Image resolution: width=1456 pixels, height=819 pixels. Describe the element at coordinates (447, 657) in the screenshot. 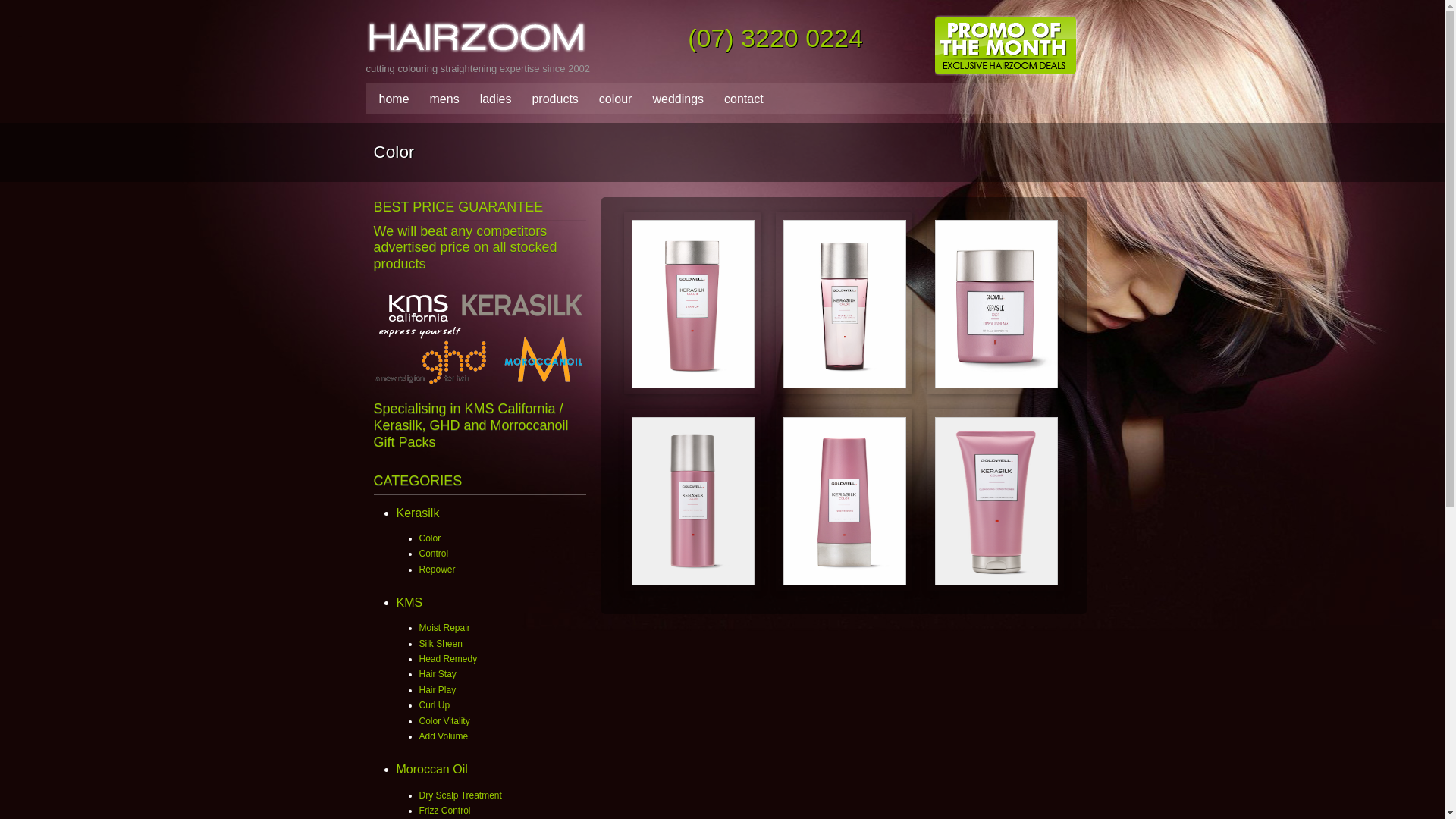

I see `'Head Remedy'` at that location.